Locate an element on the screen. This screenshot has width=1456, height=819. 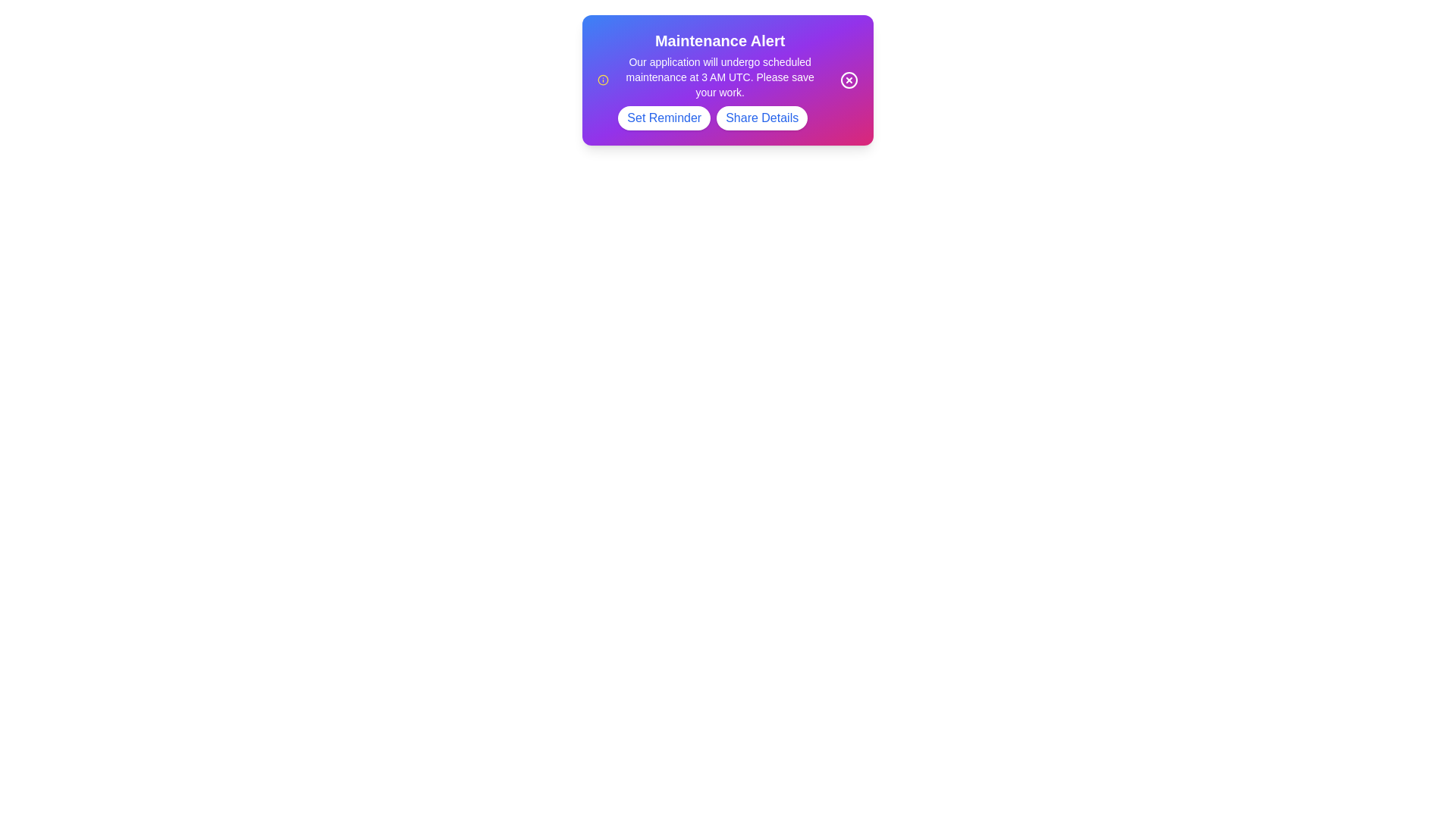
the 'Set Reminder' button to trigger the reminder action is located at coordinates (664, 117).